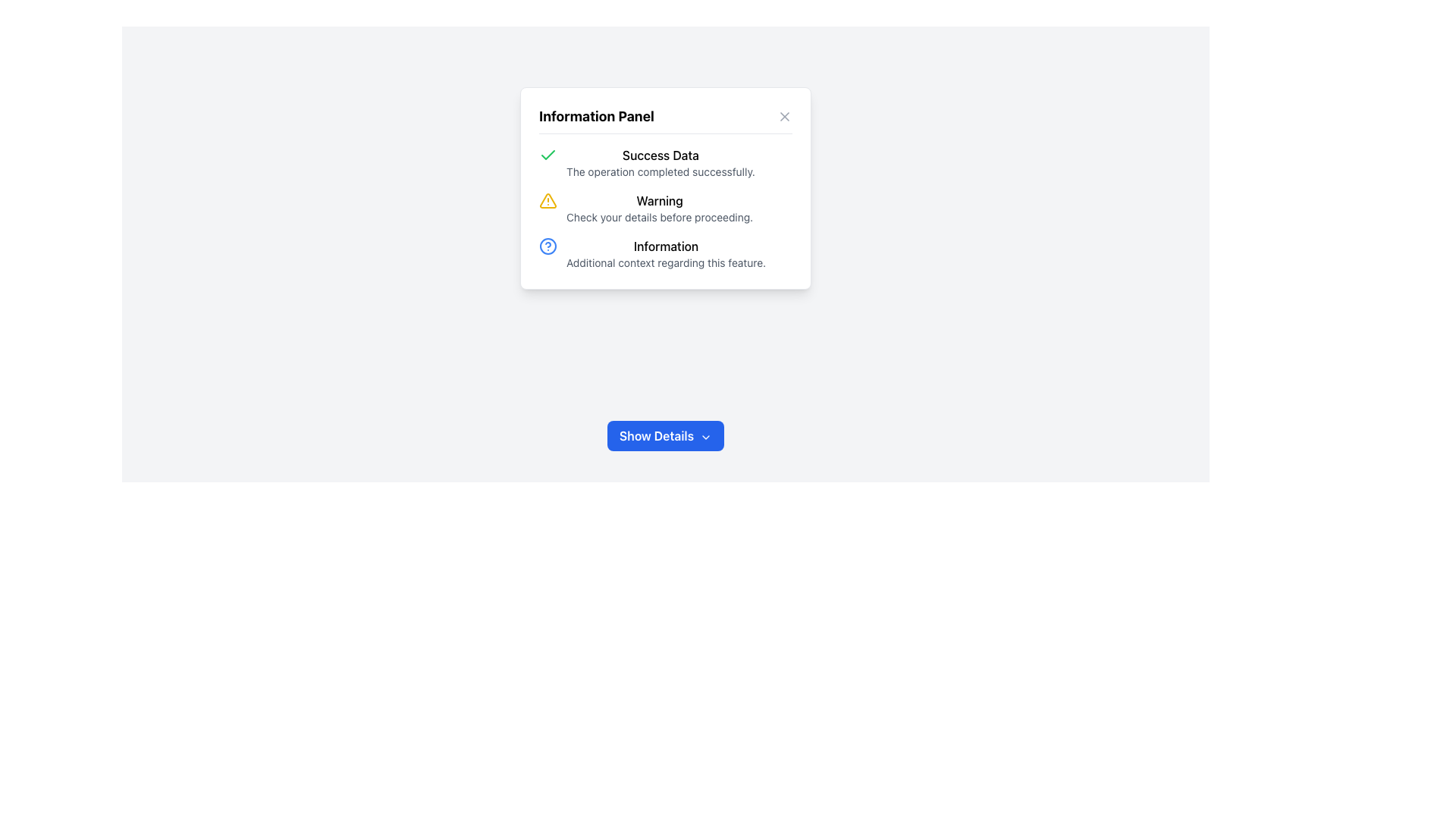 This screenshot has width=1456, height=819. What do you see at coordinates (666, 435) in the screenshot?
I see `the 'Show Details' button at the bottom-center of the interface` at bounding box center [666, 435].